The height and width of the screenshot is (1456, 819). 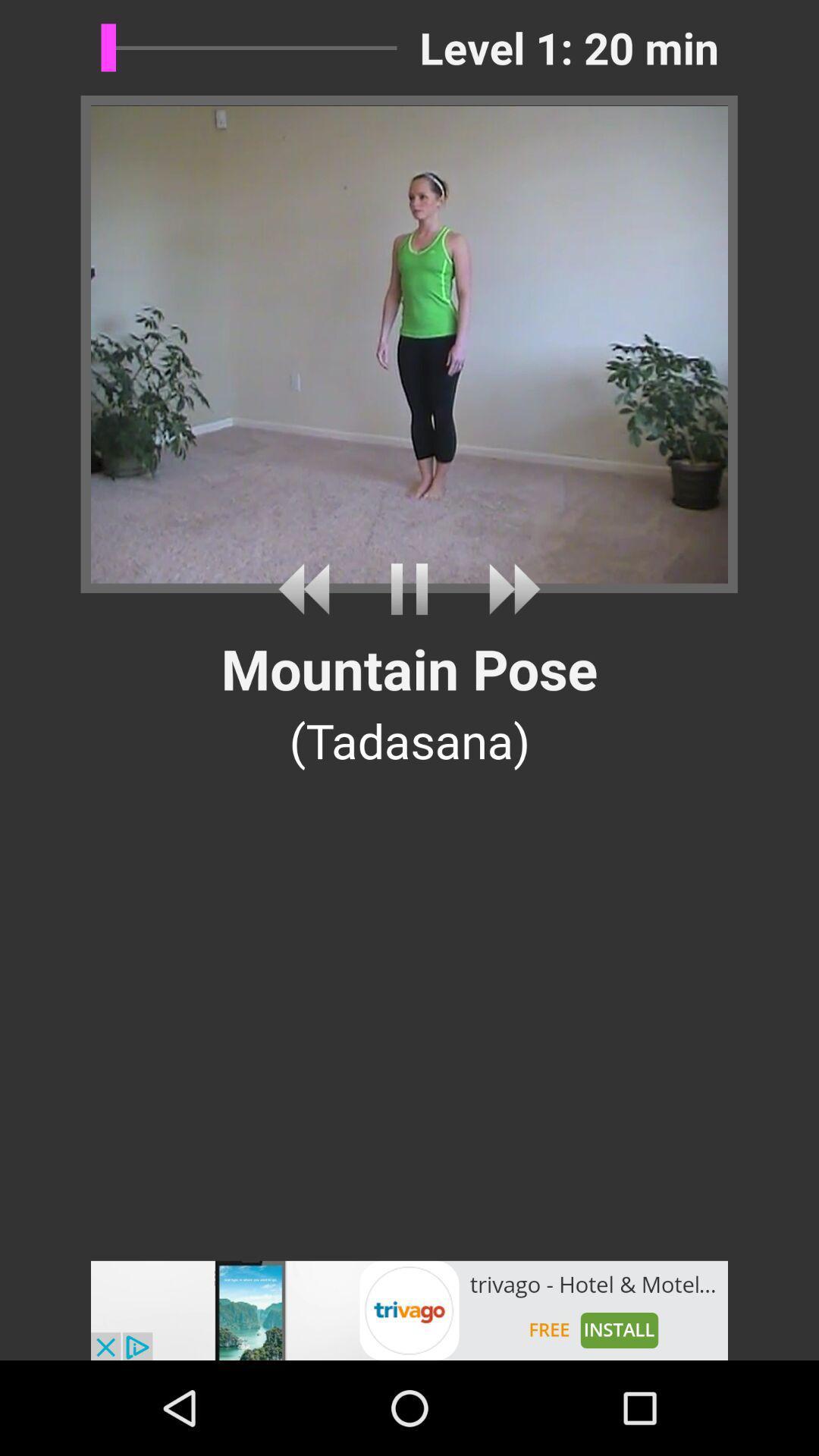 I want to click on open advertisements, so click(x=409, y=1310).